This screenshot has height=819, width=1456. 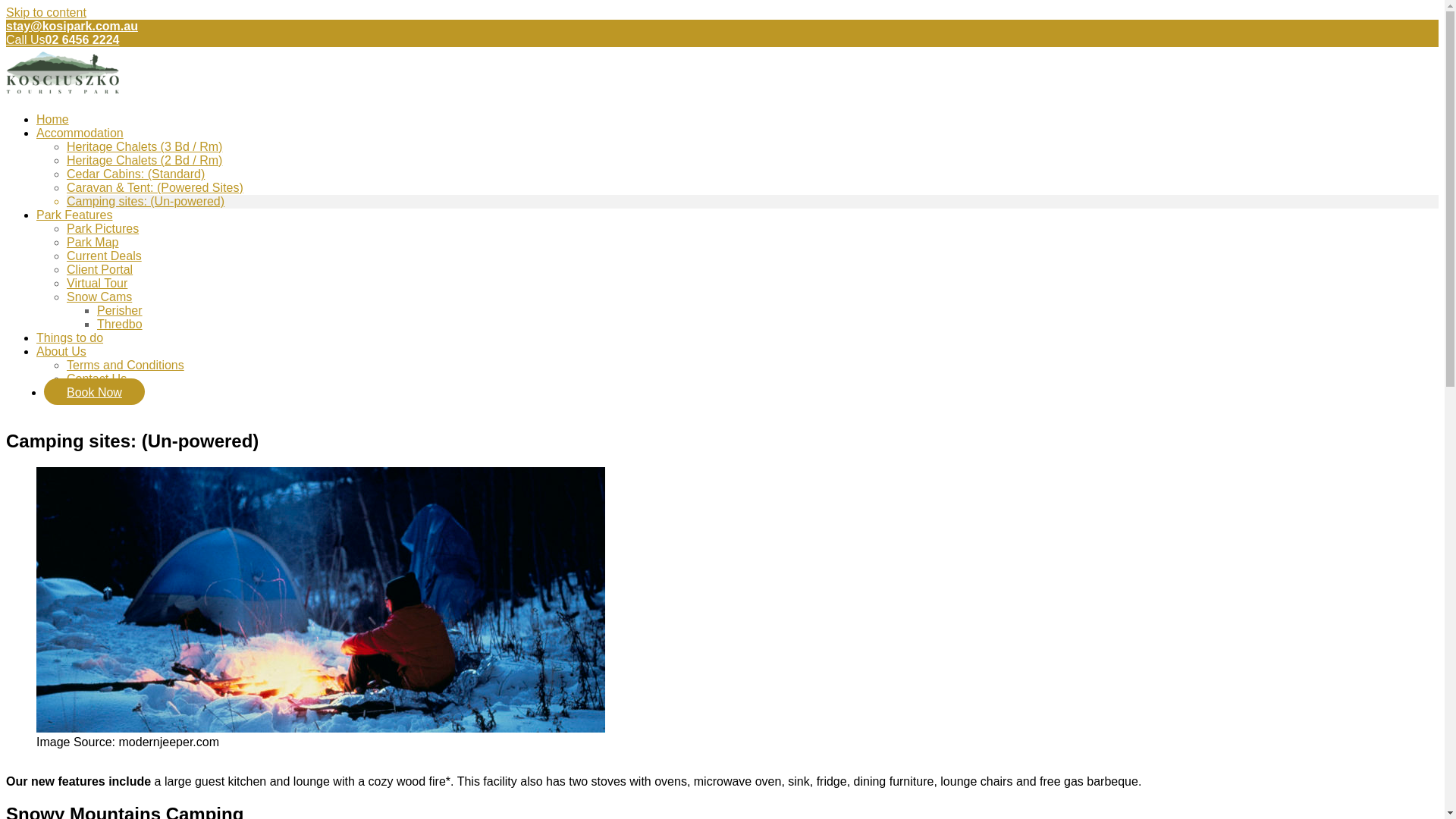 What do you see at coordinates (91, 241) in the screenshot?
I see `'Park Map'` at bounding box center [91, 241].